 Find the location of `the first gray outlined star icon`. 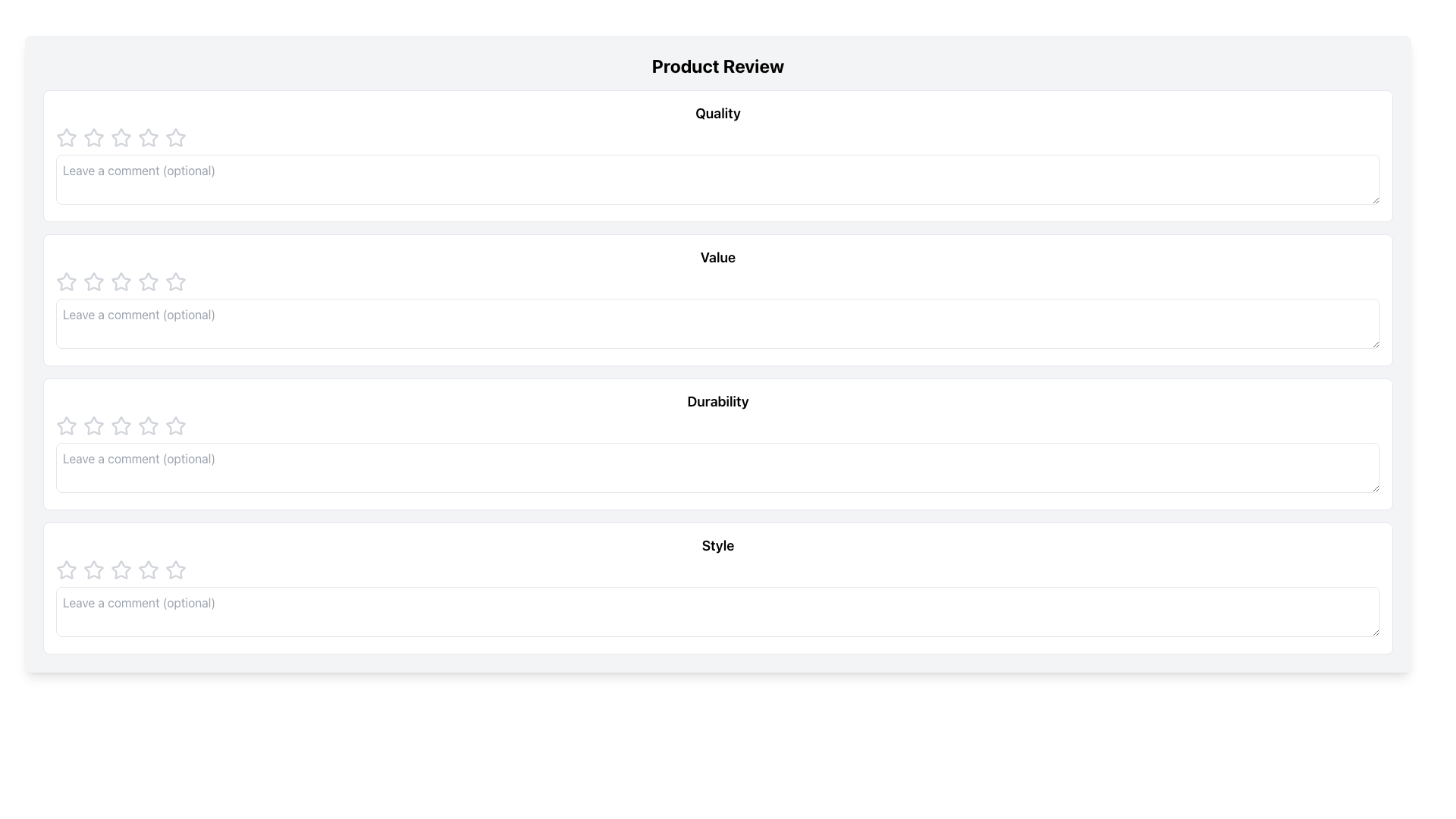

the first gray outlined star icon is located at coordinates (65, 426).